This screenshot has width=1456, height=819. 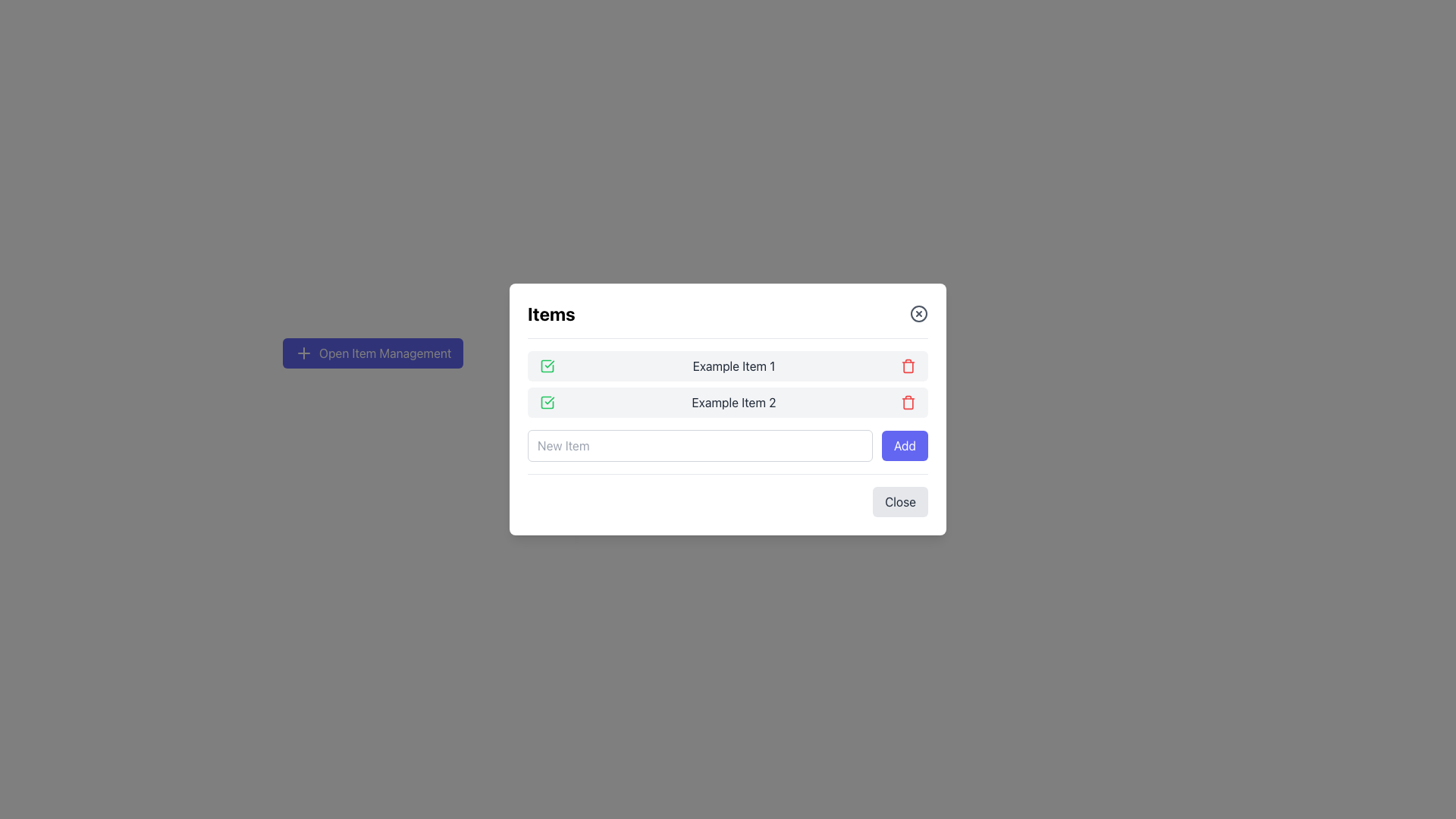 I want to click on the close button located at the top-right corner of the 'Items' card, so click(x=918, y=312).